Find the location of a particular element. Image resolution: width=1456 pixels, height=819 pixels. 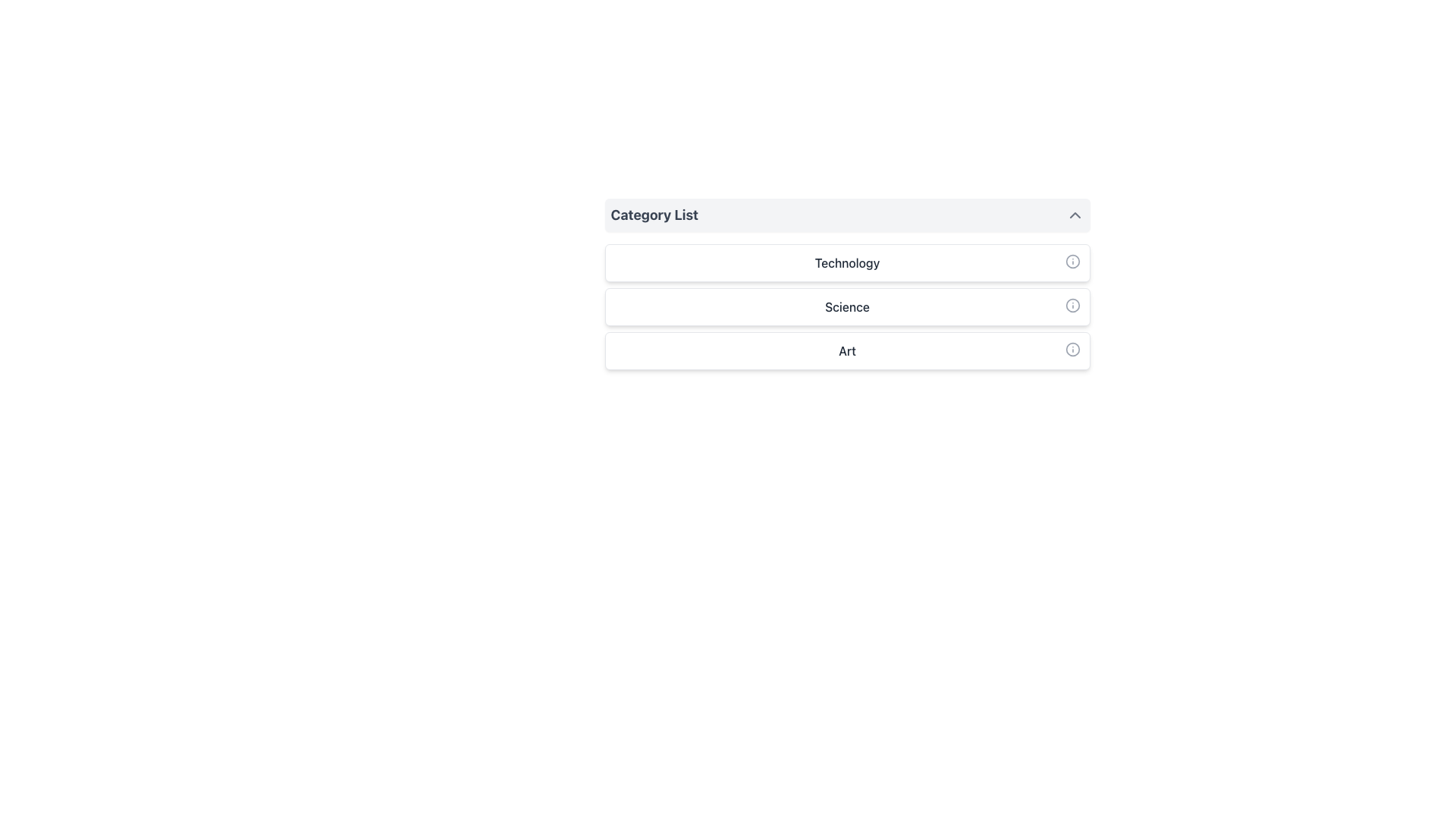

the 'Technology' text label, which indicates the category name within the list of topics in the 'Category List' is located at coordinates (846, 262).